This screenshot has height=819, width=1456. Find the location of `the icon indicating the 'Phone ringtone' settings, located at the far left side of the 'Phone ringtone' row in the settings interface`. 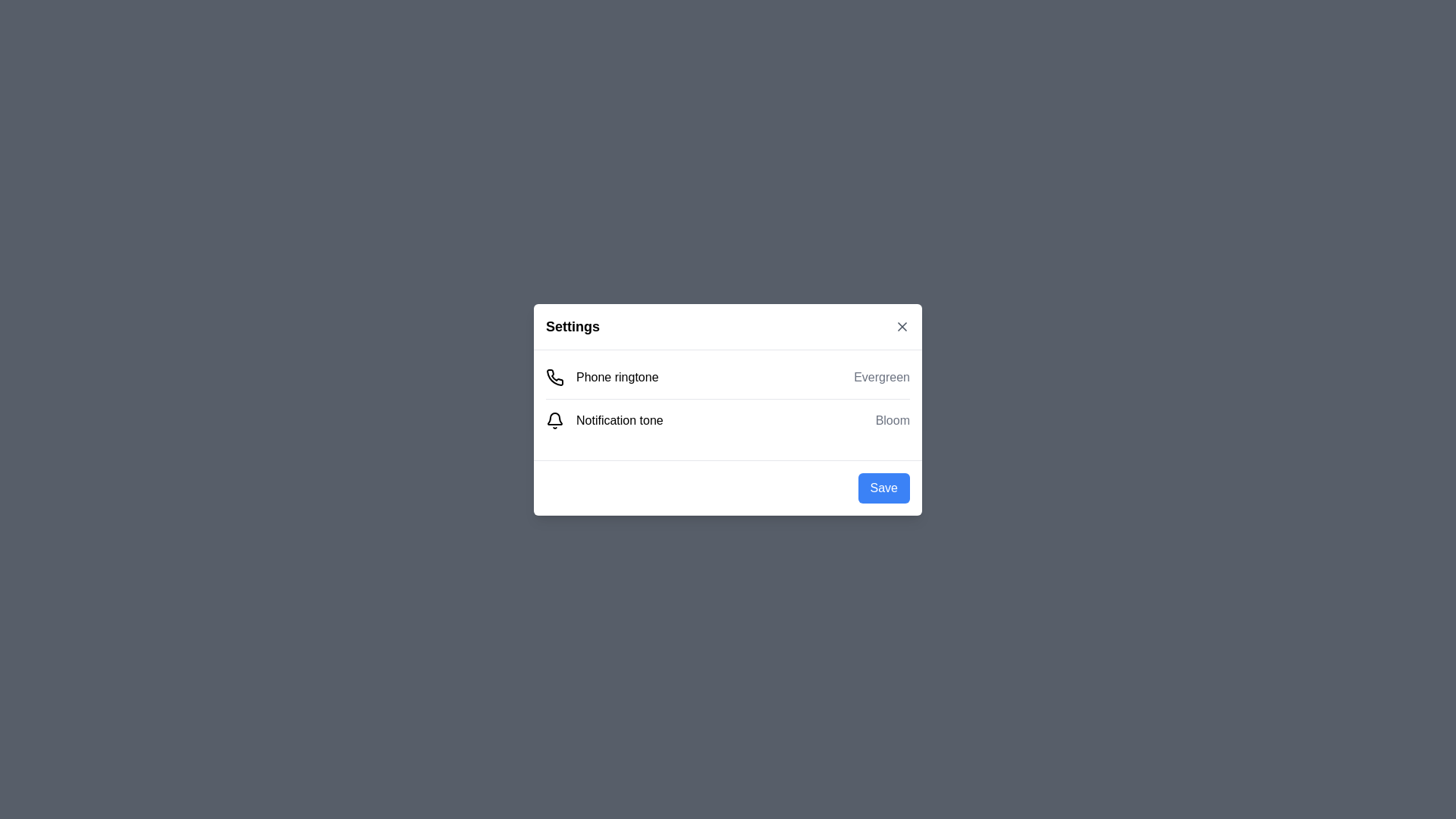

the icon indicating the 'Phone ringtone' settings, located at the far left side of the 'Phone ringtone' row in the settings interface is located at coordinates (554, 376).